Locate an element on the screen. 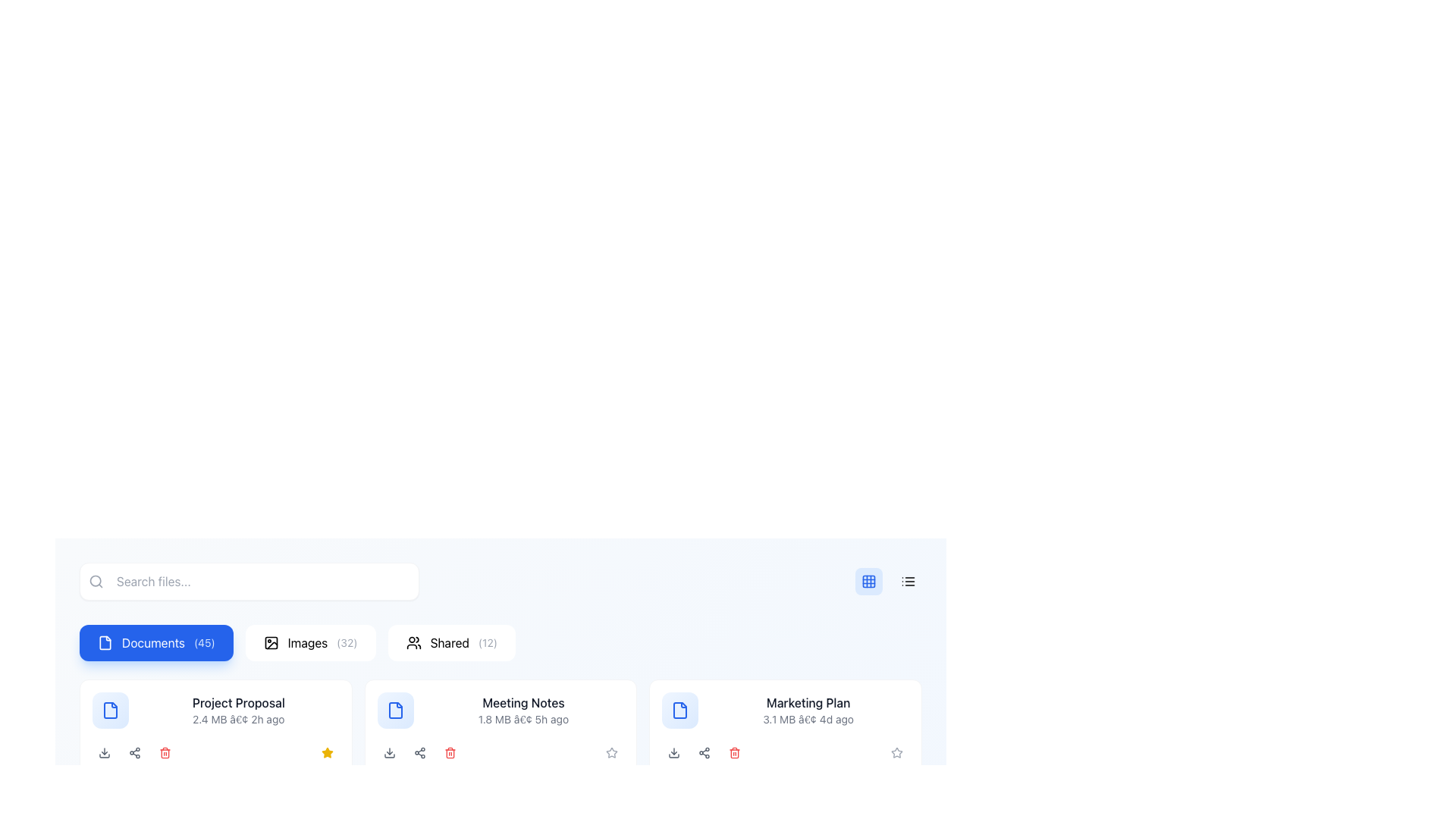 Image resolution: width=1456 pixels, height=819 pixels. the active section of the navigation bar labeled 'Documents(45)' to interact with tooltips or styling changes is located at coordinates (500, 643).